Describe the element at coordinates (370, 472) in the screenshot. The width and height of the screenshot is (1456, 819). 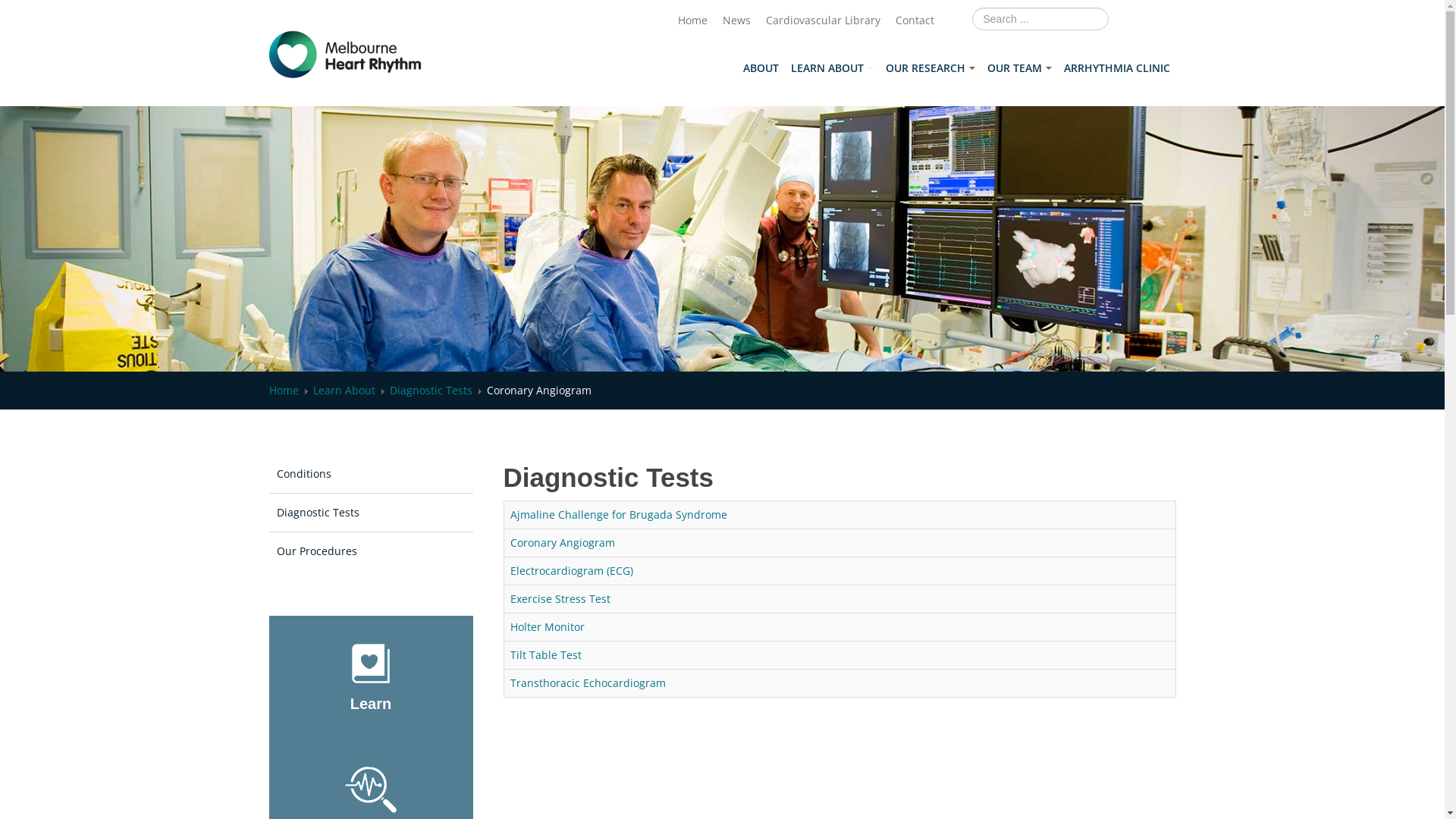
I see `'Conditions'` at that location.